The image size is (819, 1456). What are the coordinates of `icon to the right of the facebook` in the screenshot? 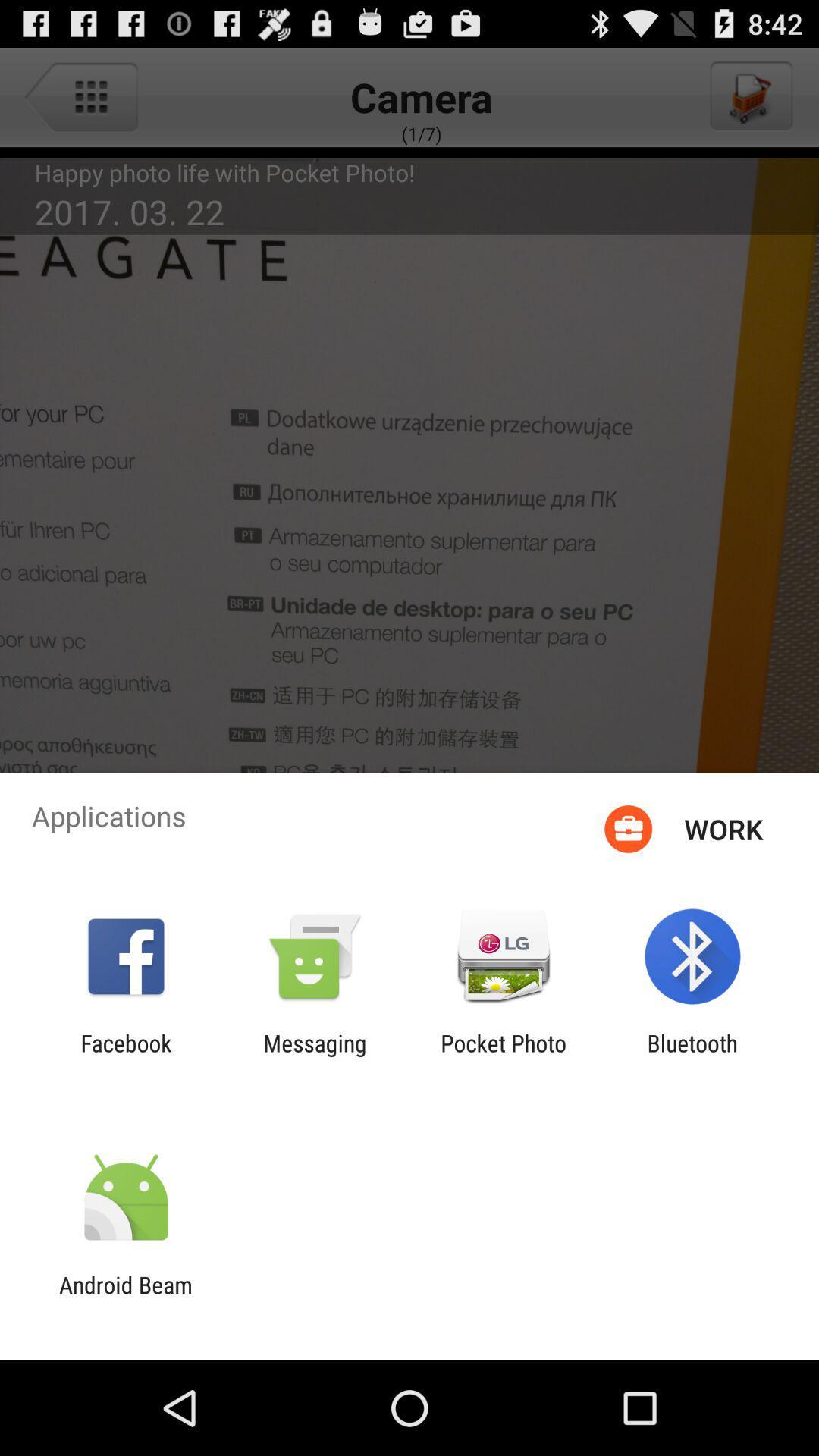 It's located at (314, 1056).